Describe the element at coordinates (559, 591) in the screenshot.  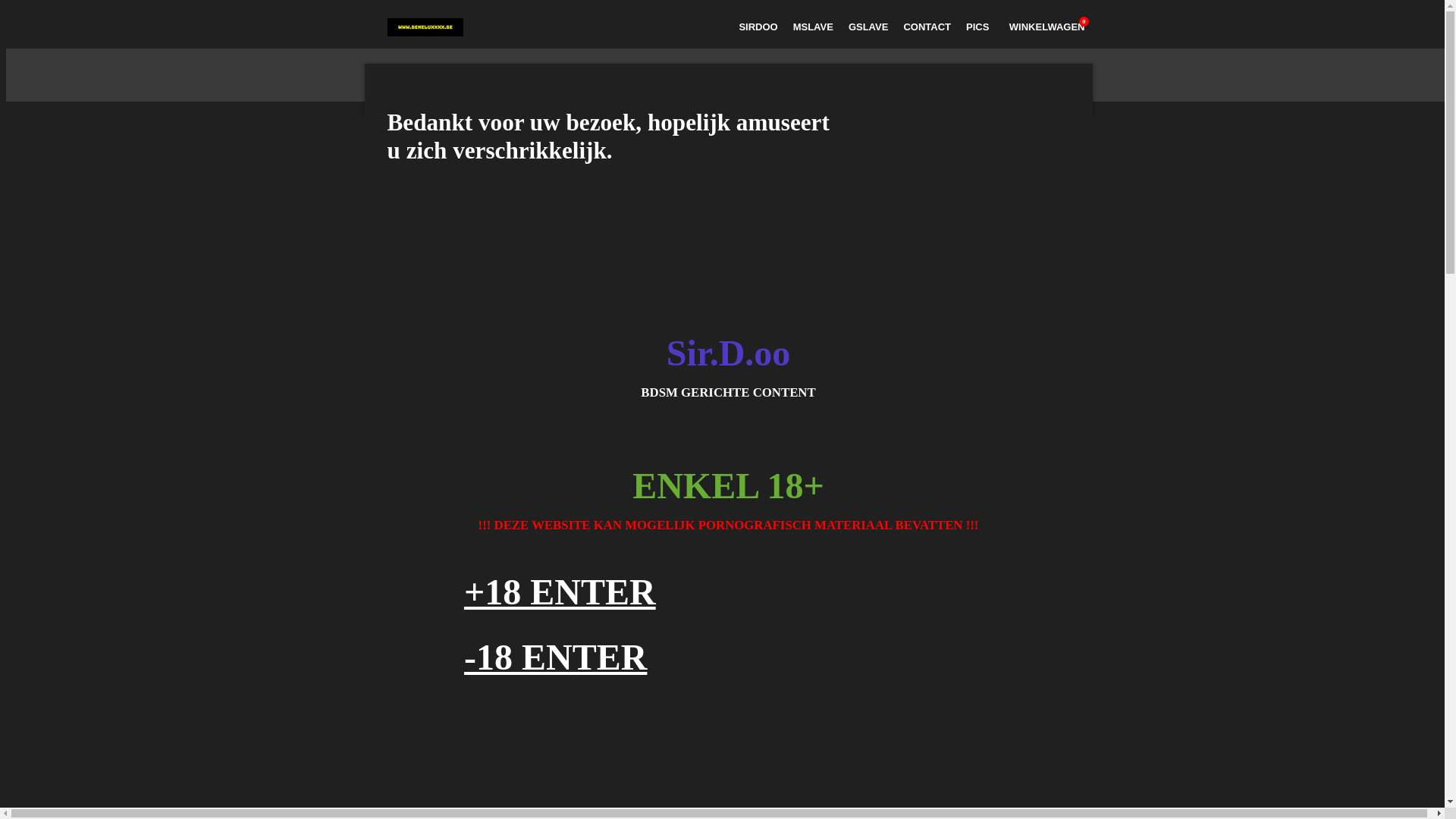
I see `'+18 ENTER'` at that location.